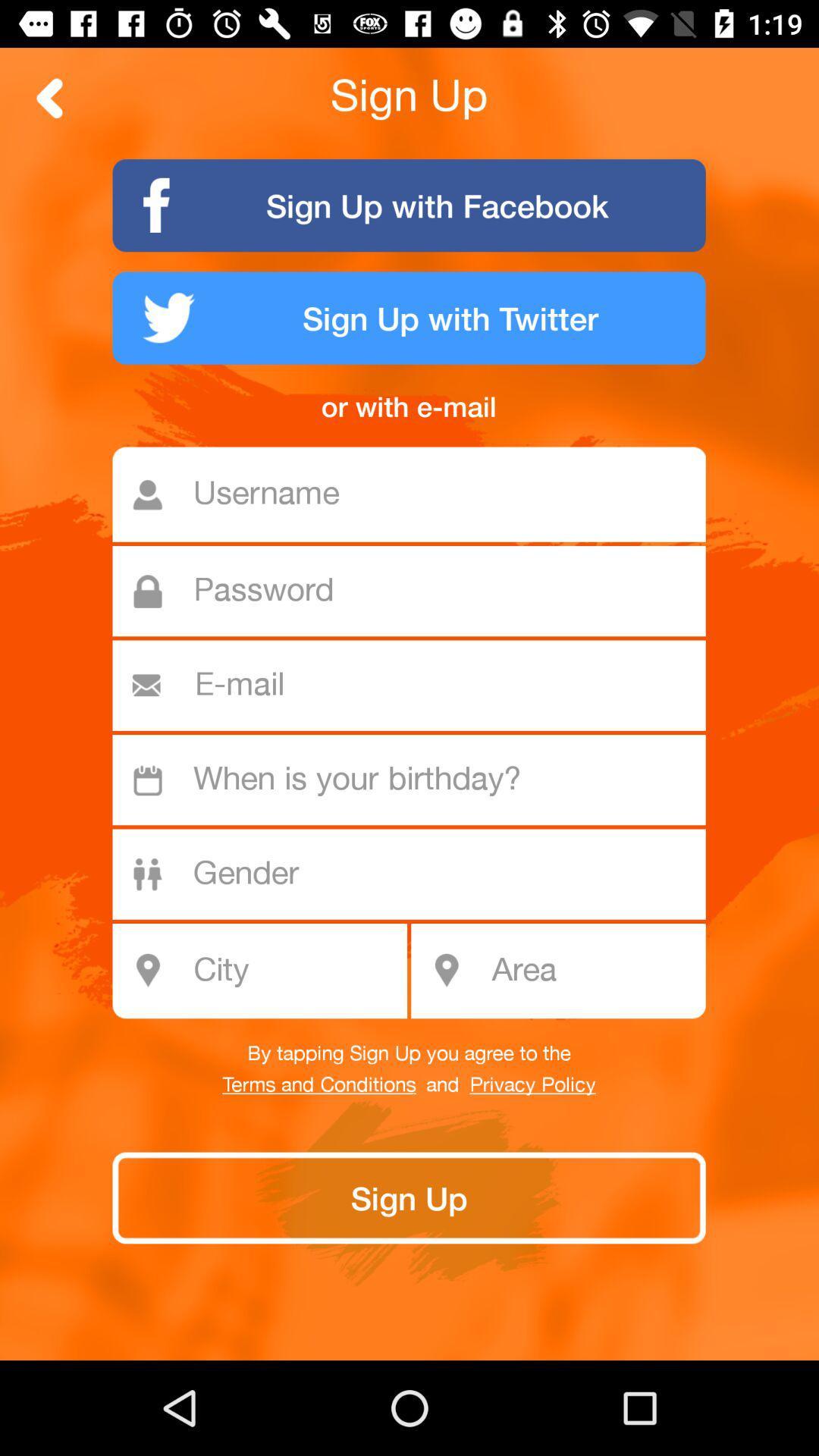  What do you see at coordinates (417, 780) in the screenshot?
I see `write birthday` at bounding box center [417, 780].